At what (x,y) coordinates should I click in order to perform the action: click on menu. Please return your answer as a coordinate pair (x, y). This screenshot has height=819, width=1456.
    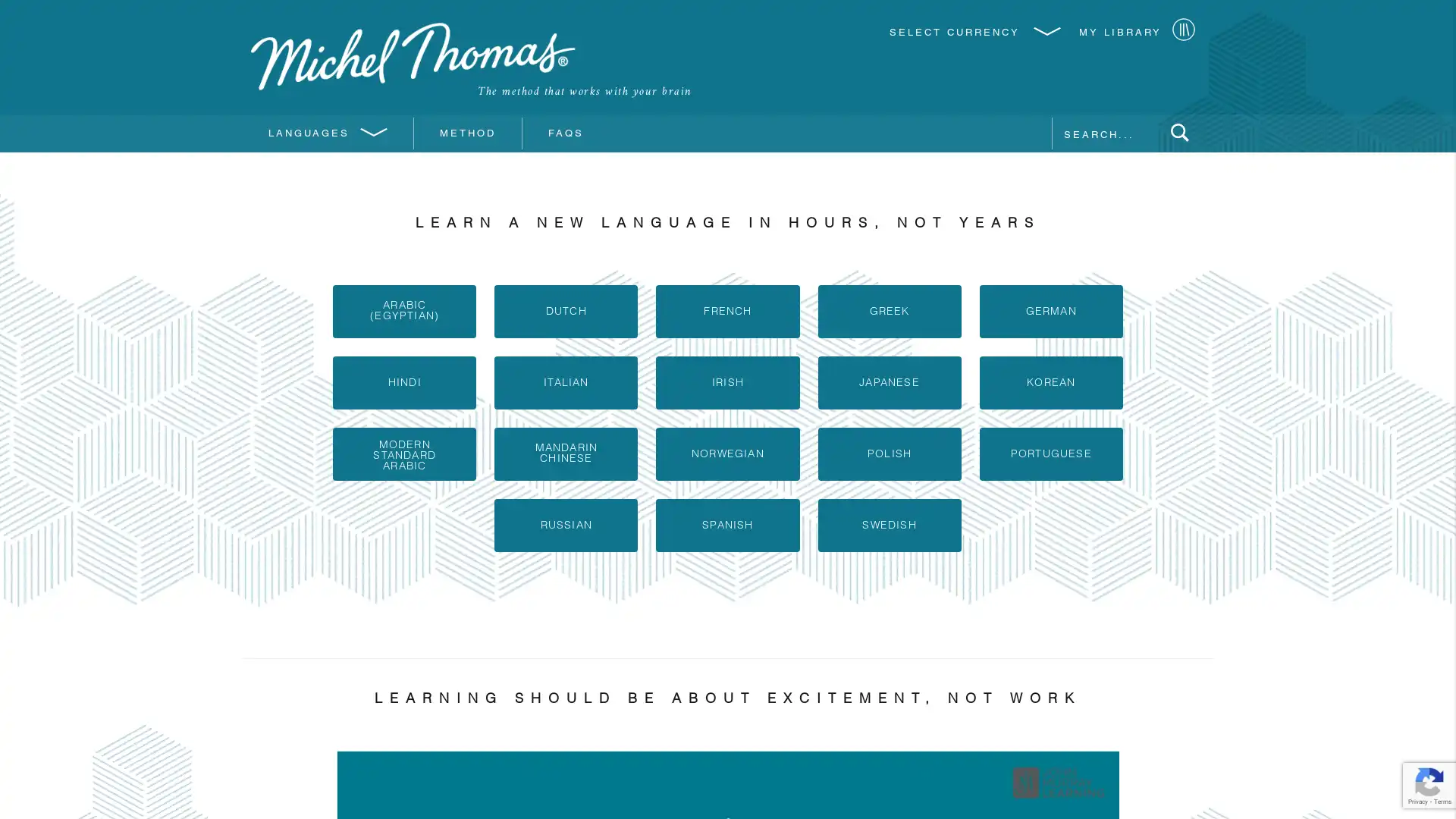
    Looking at the image, I should click on (1178, 134).